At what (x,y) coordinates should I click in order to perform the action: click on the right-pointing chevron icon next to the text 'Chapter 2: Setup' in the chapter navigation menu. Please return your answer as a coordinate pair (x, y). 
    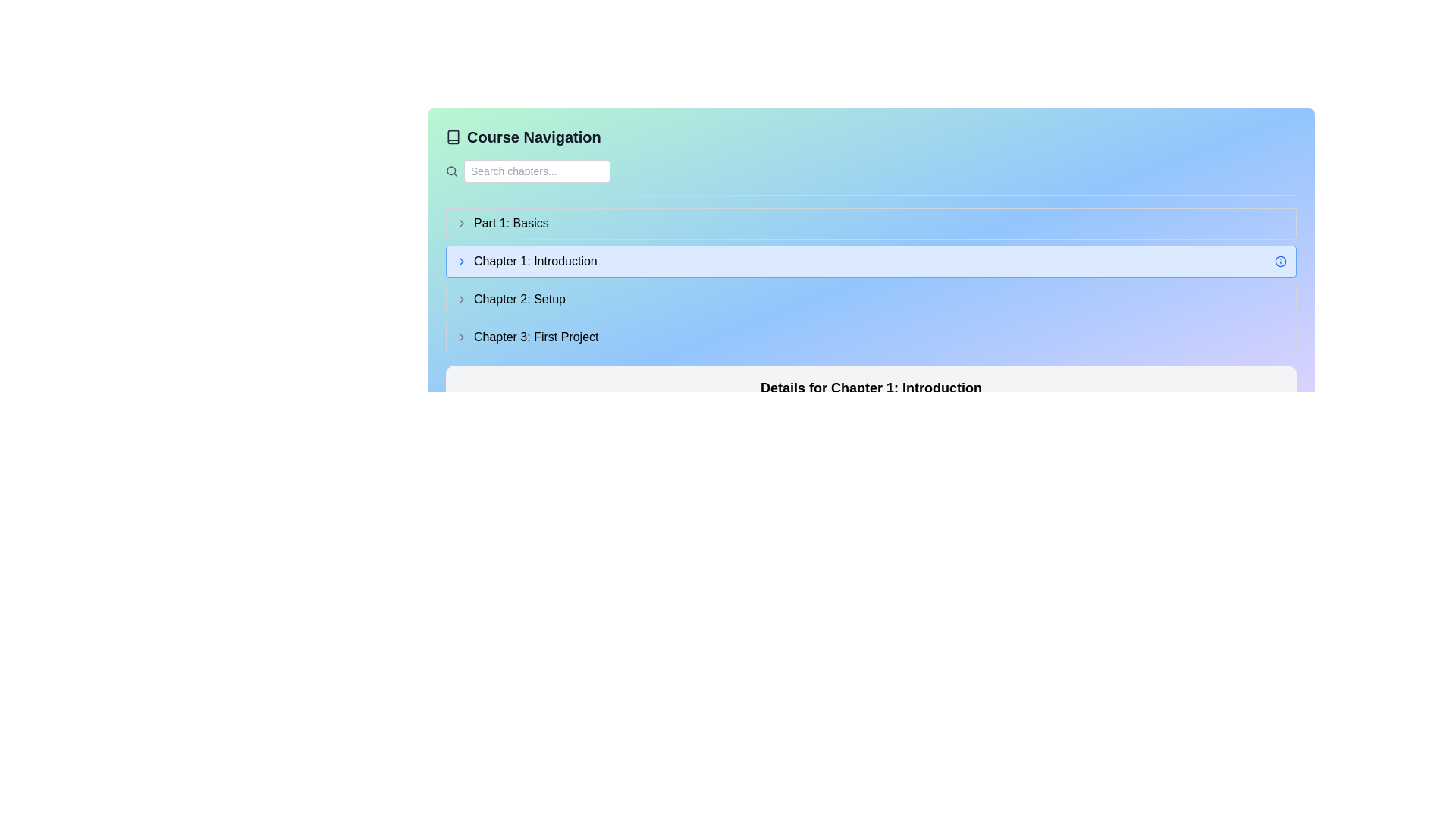
    Looking at the image, I should click on (461, 299).